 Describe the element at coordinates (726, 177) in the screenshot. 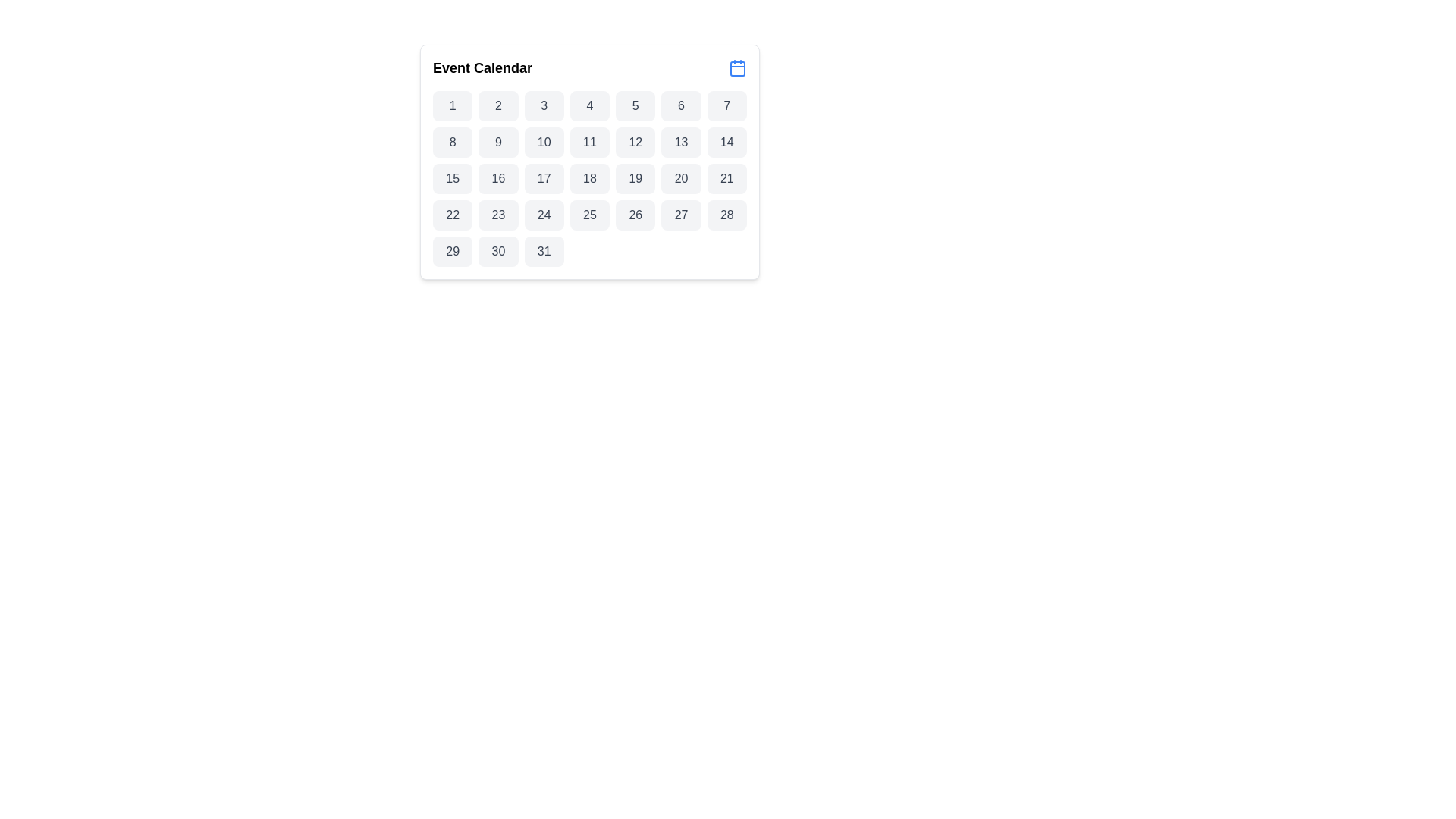

I see `the 21st day button in the calendar` at that location.